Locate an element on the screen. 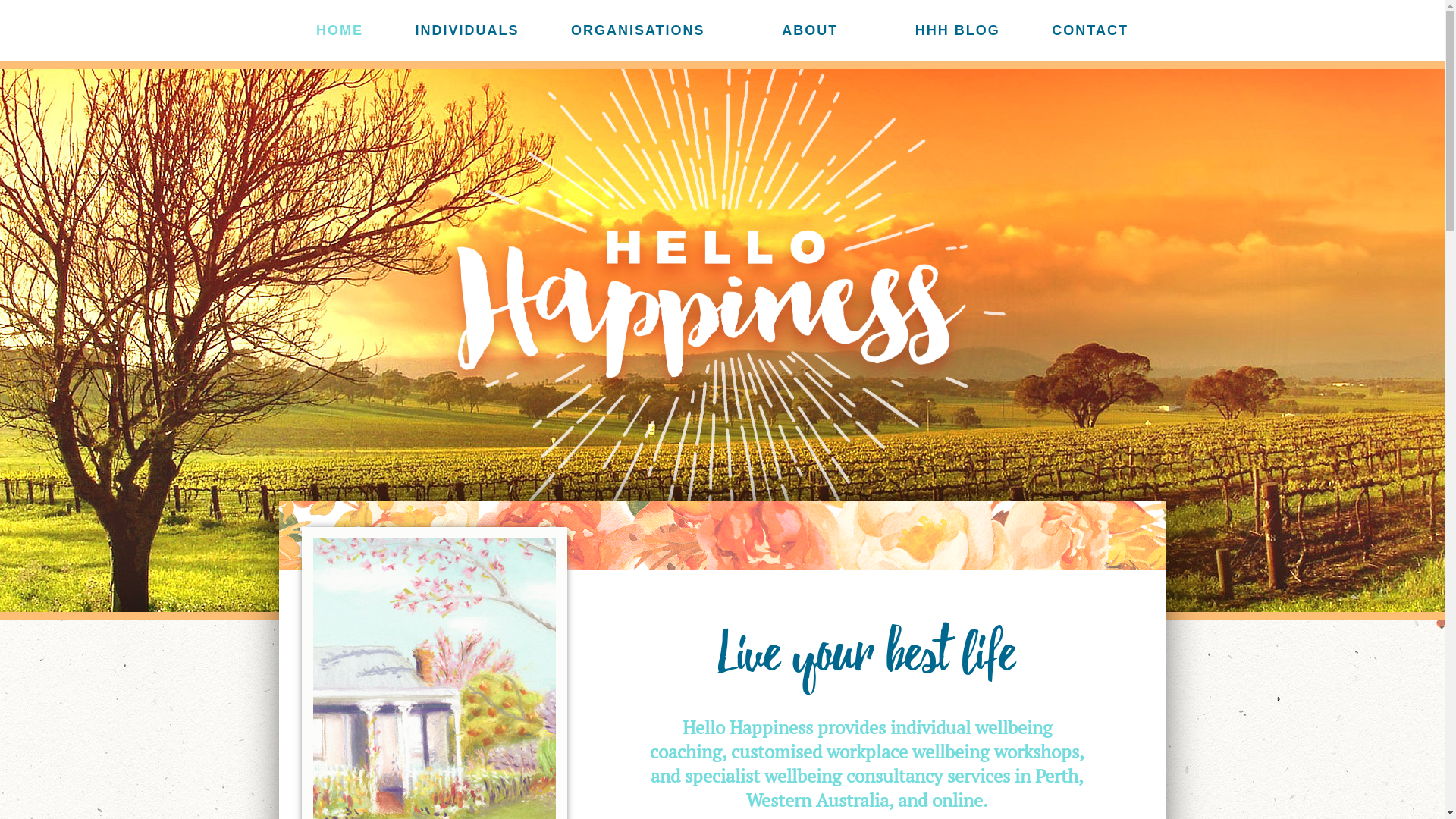 The height and width of the screenshot is (819, 1456). 'CONTACT' is located at coordinates (1089, 30).